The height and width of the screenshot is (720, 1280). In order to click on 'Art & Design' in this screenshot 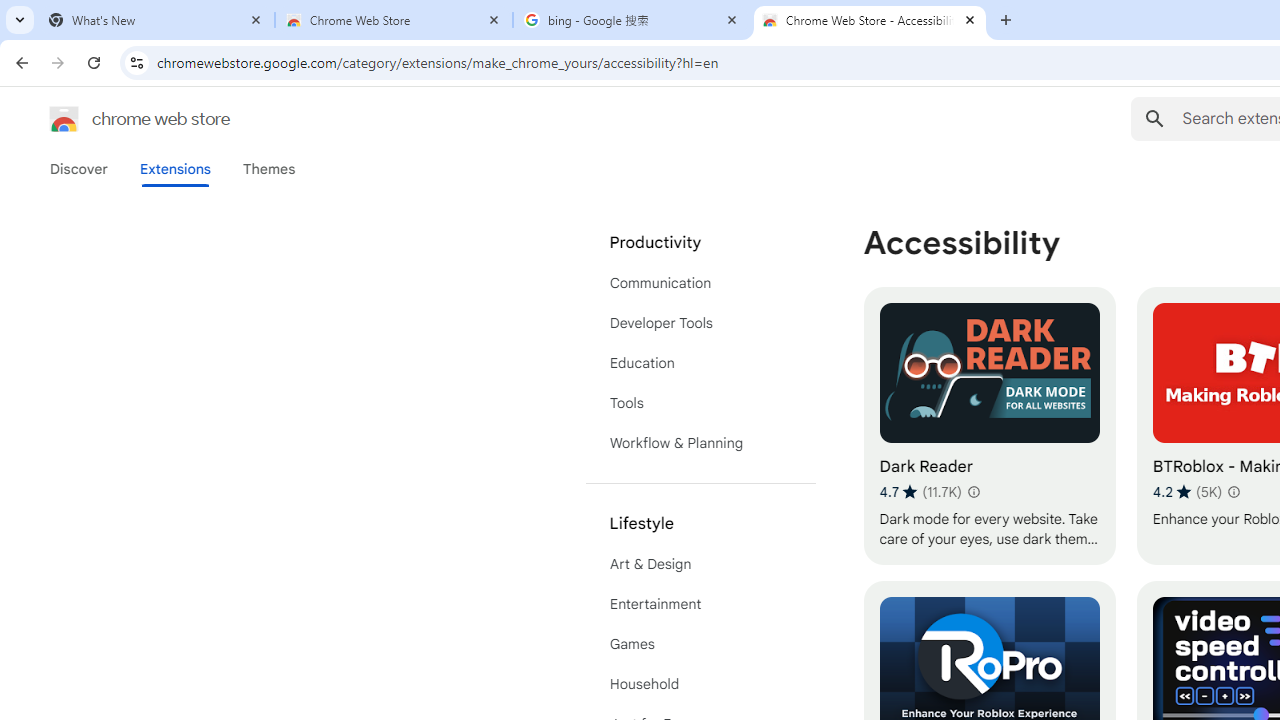, I will do `click(700, 564)`.